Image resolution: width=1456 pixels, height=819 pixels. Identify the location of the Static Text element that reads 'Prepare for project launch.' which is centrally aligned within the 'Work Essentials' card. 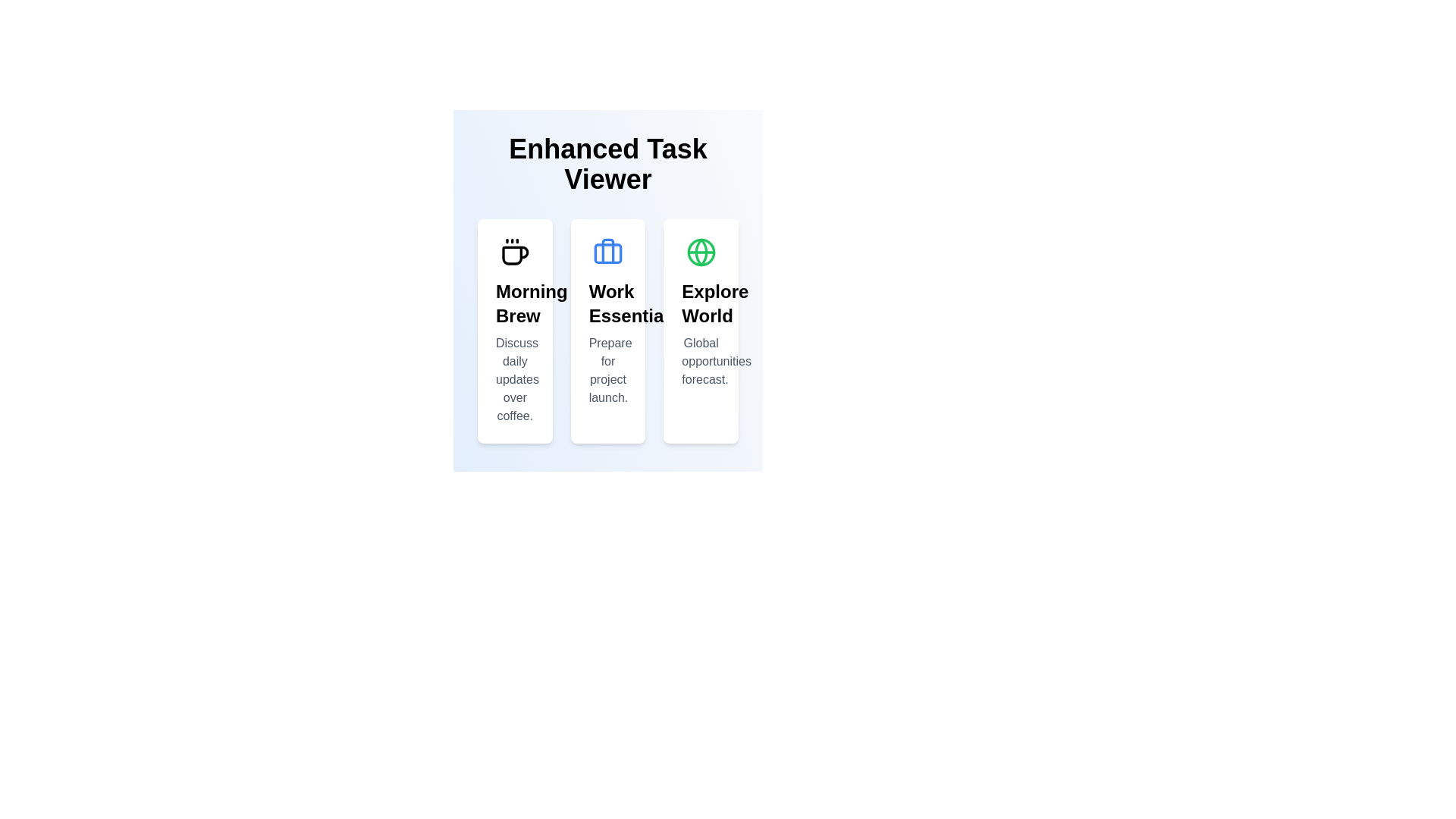
(607, 371).